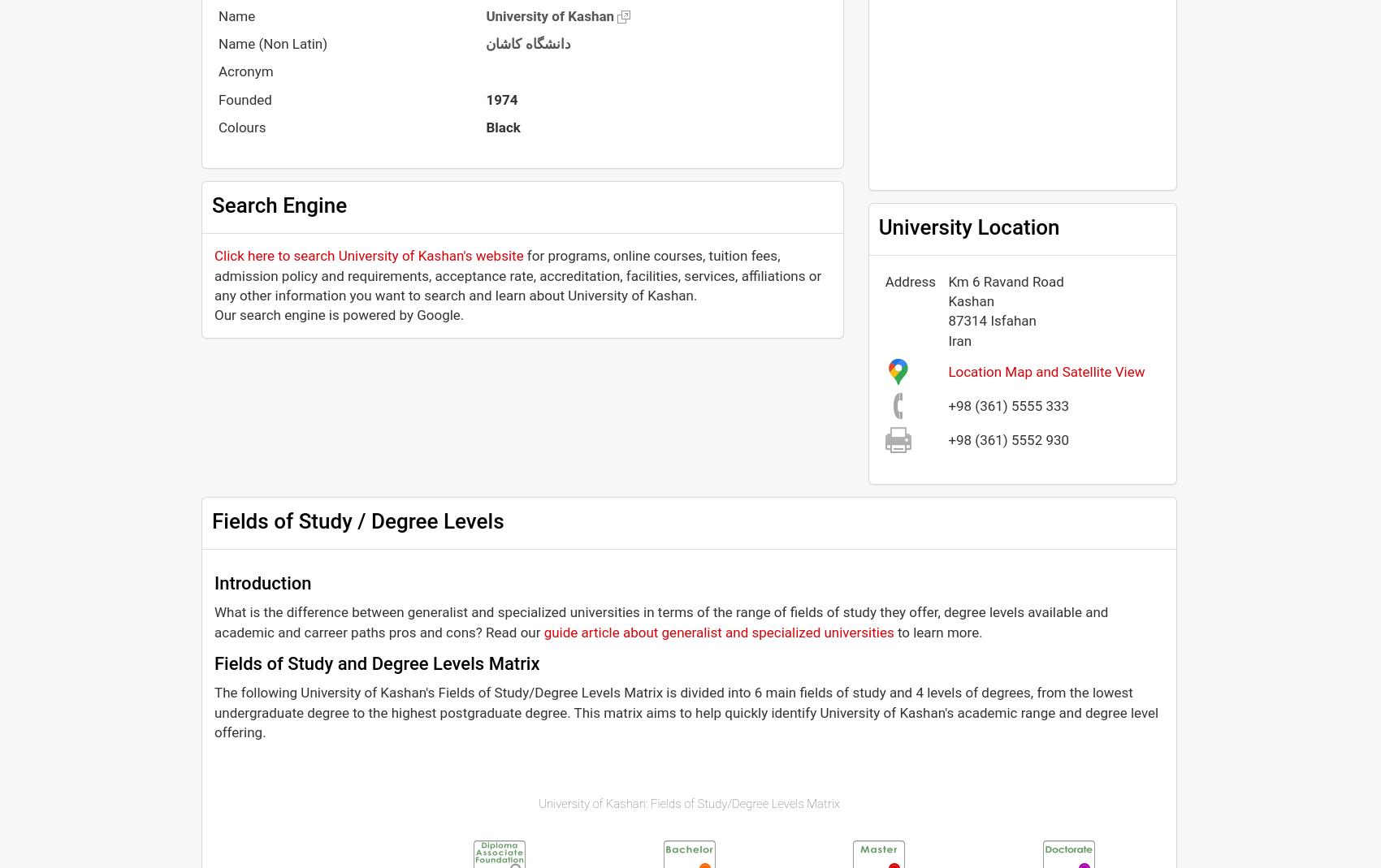  I want to click on '1974', so click(500, 98).